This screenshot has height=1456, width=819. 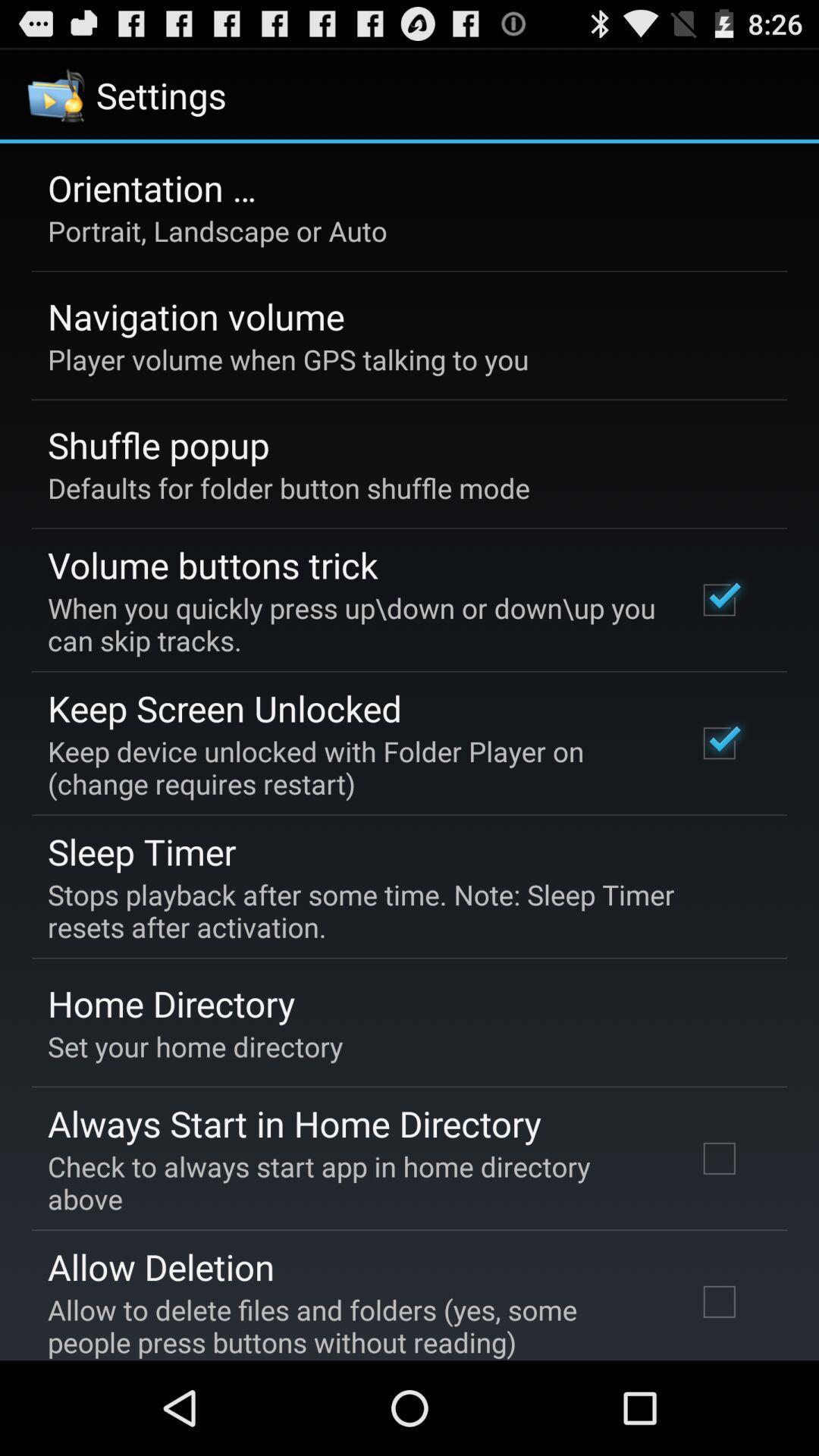 I want to click on the allow to delete, so click(x=351, y=1325).